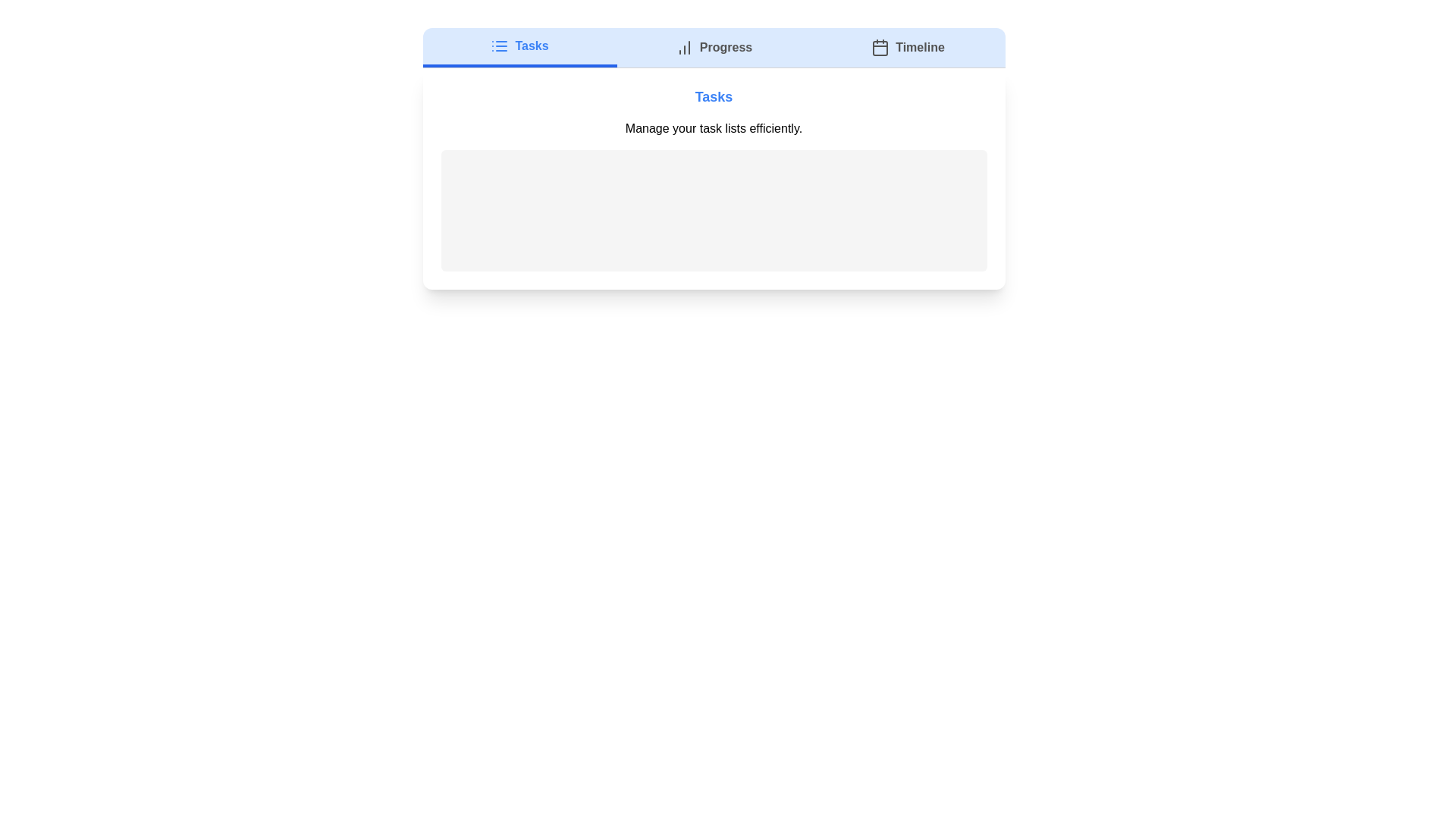 Image resolution: width=1456 pixels, height=819 pixels. I want to click on the calendar icon represented by the SVG rectangle in the top navigation bar, located to the right of the 'Timeline' label, so click(880, 48).